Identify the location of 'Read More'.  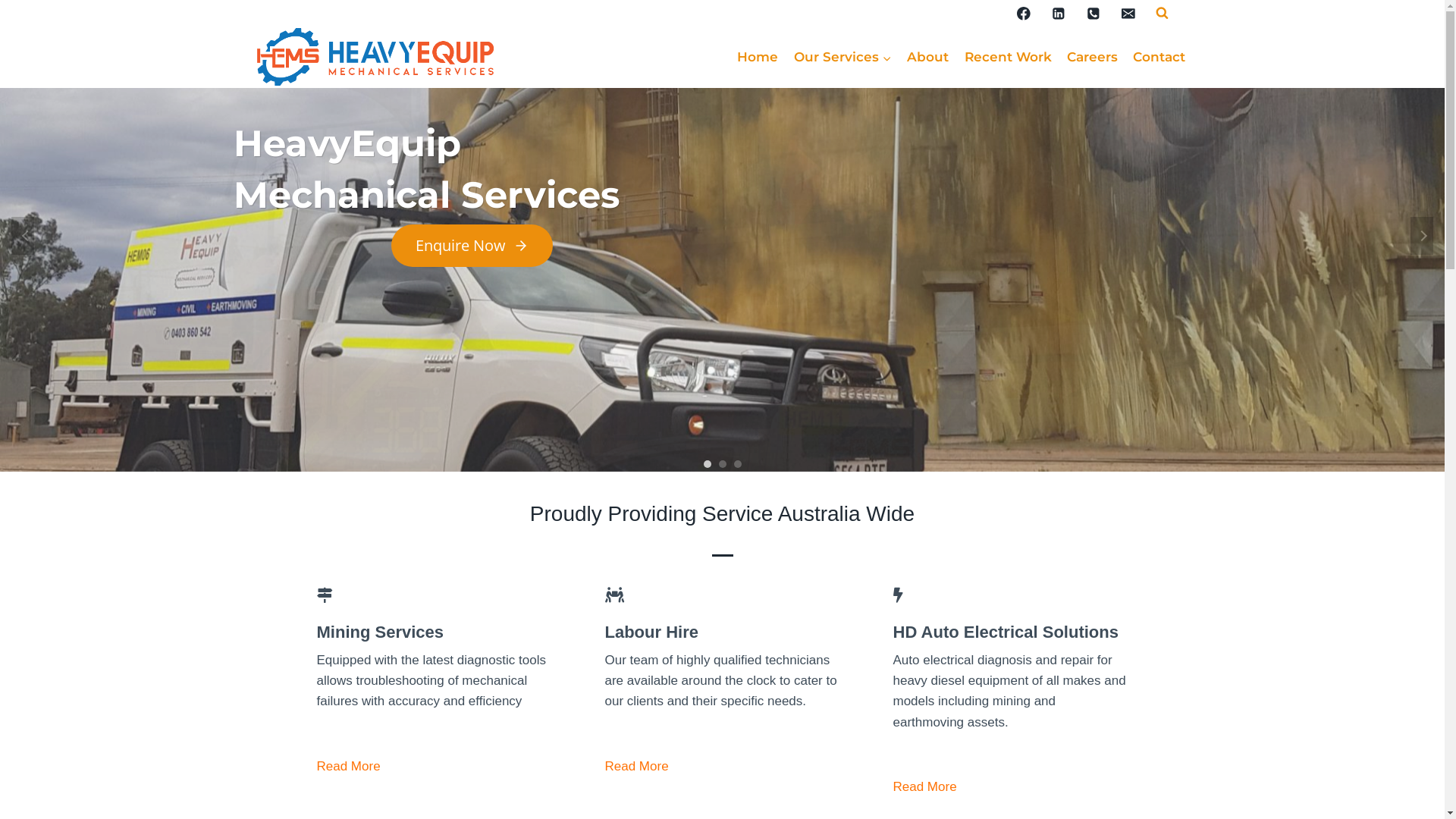
(348, 766).